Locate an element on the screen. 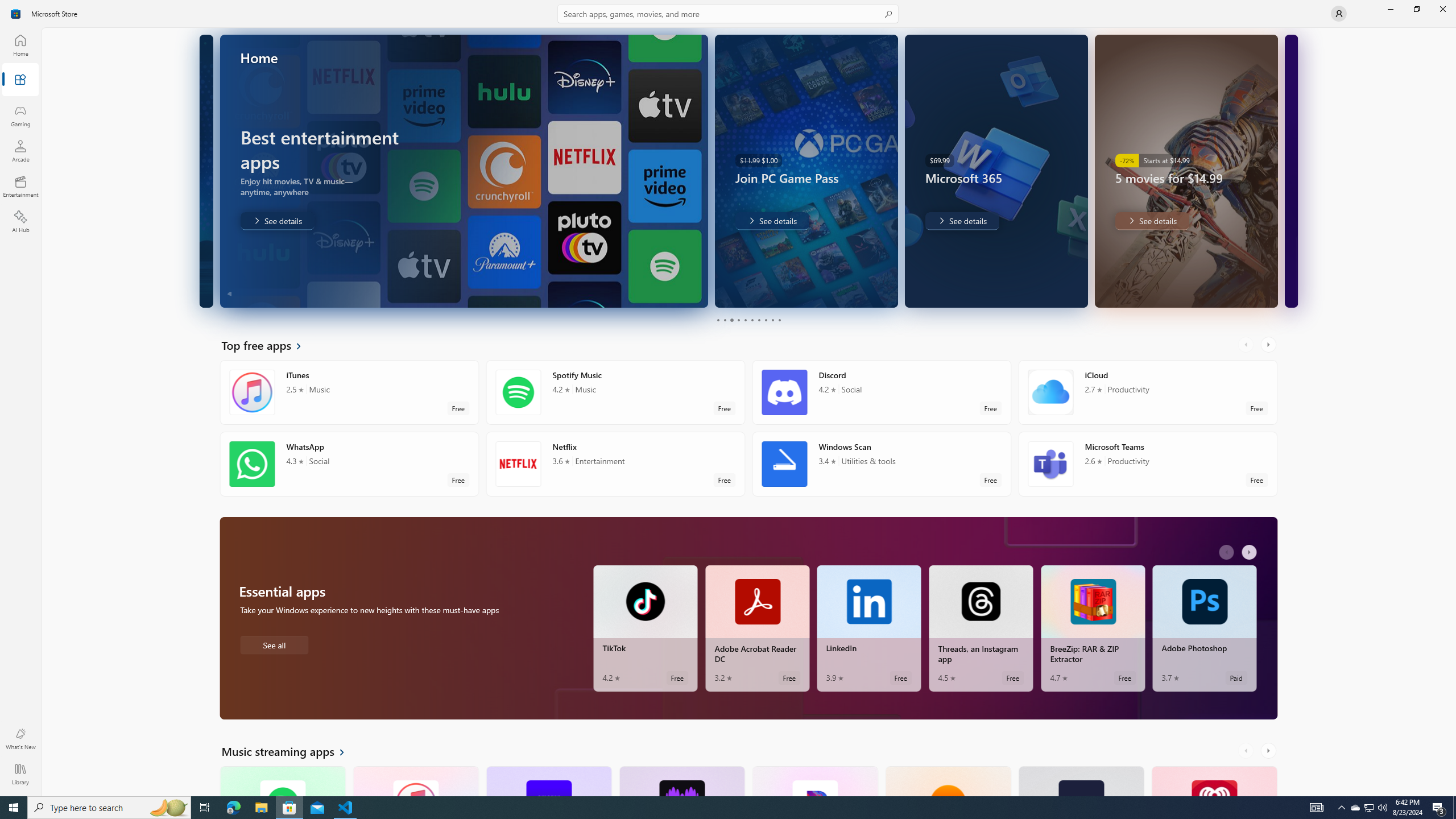 Image resolution: width=1456 pixels, height=819 pixels. 'What' is located at coordinates (19, 738).